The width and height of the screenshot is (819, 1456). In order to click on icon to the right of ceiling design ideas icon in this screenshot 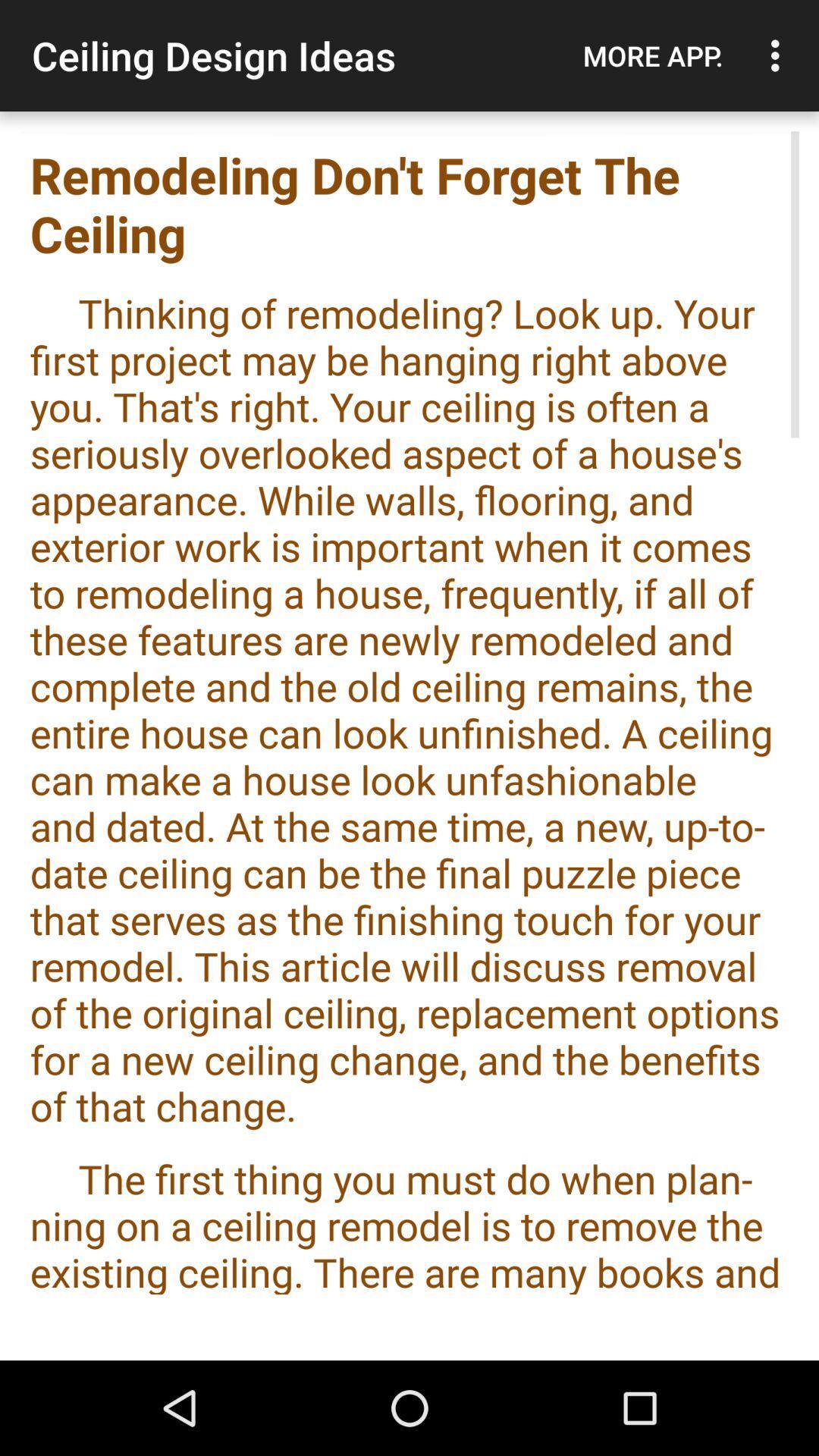, I will do `click(652, 55)`.